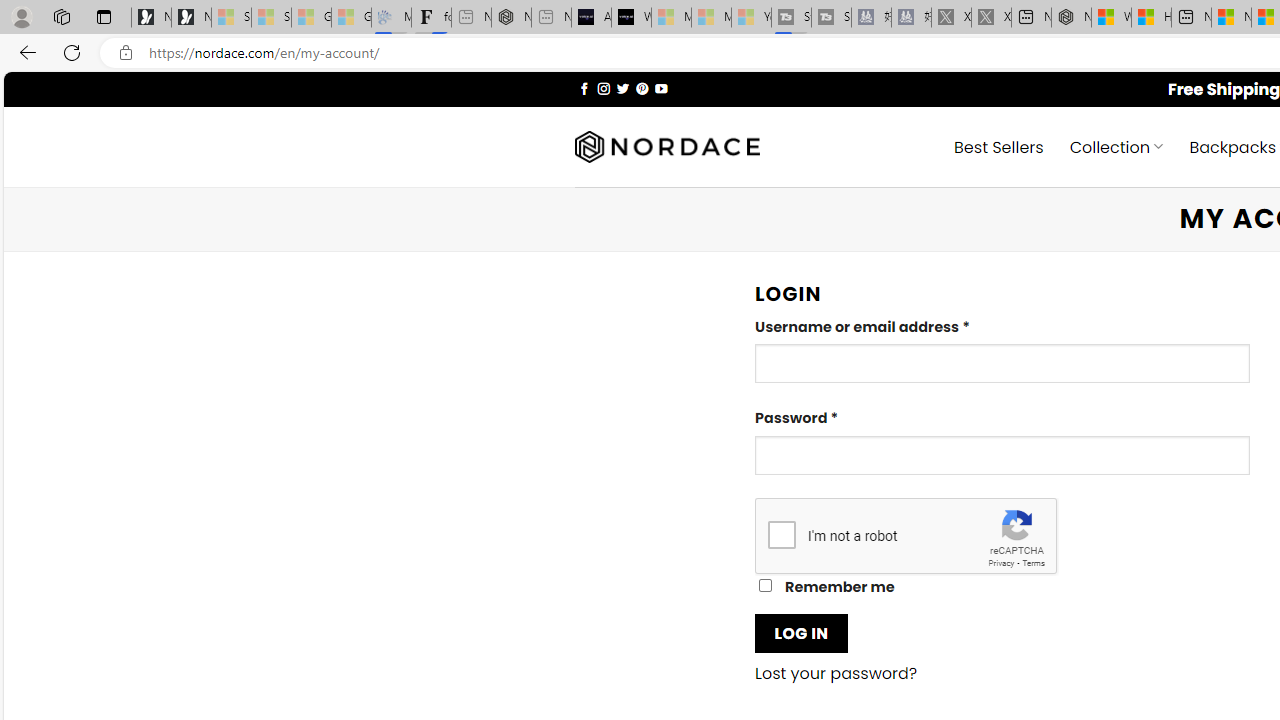 Image resolution: width=1280 pixels, height=720 pixels. Describe the element at coordinates (61, 16) in the screenshot. I see `'Workspaces'` at that location.